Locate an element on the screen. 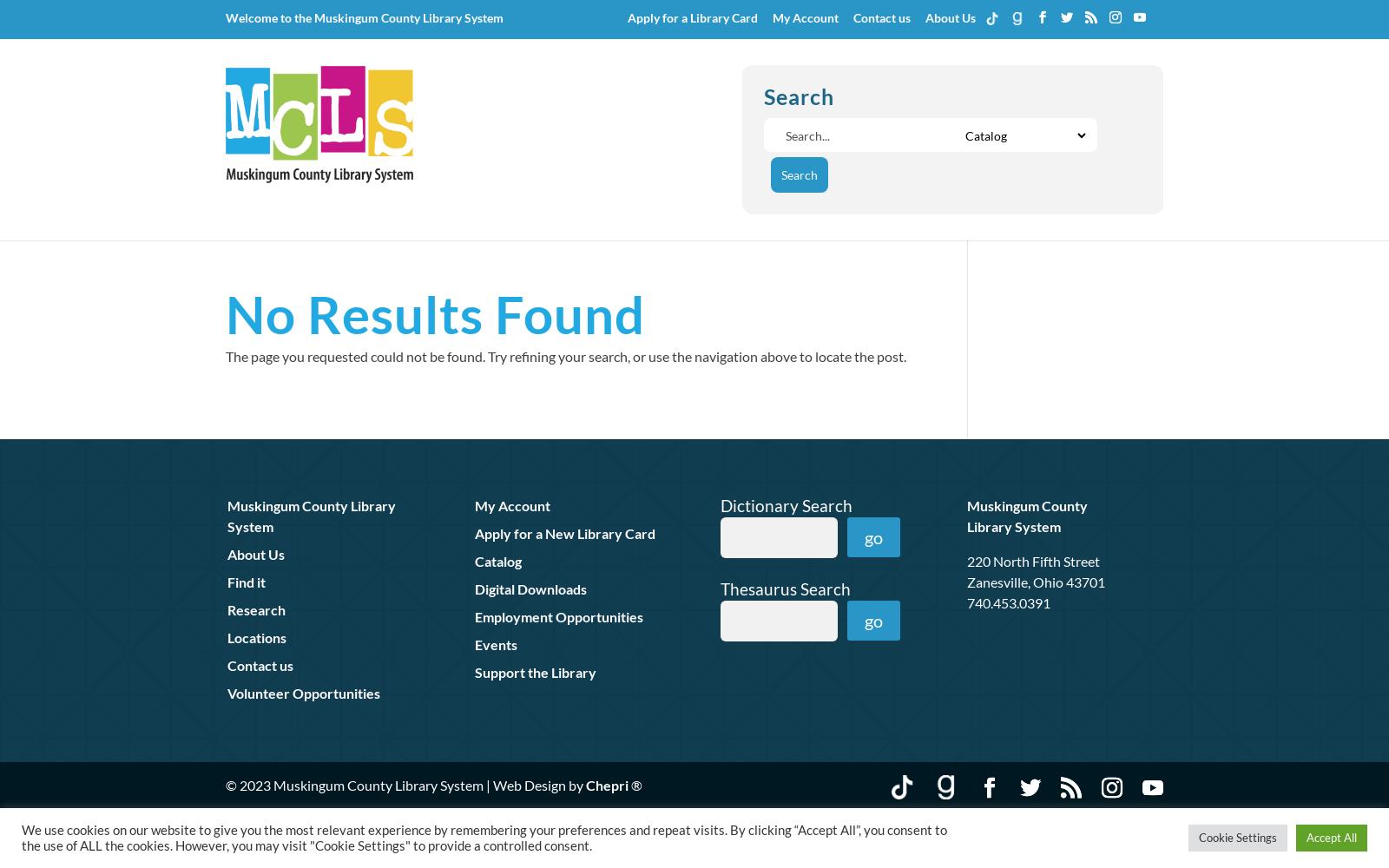  'Find it' is located at coordinates (247, 581).